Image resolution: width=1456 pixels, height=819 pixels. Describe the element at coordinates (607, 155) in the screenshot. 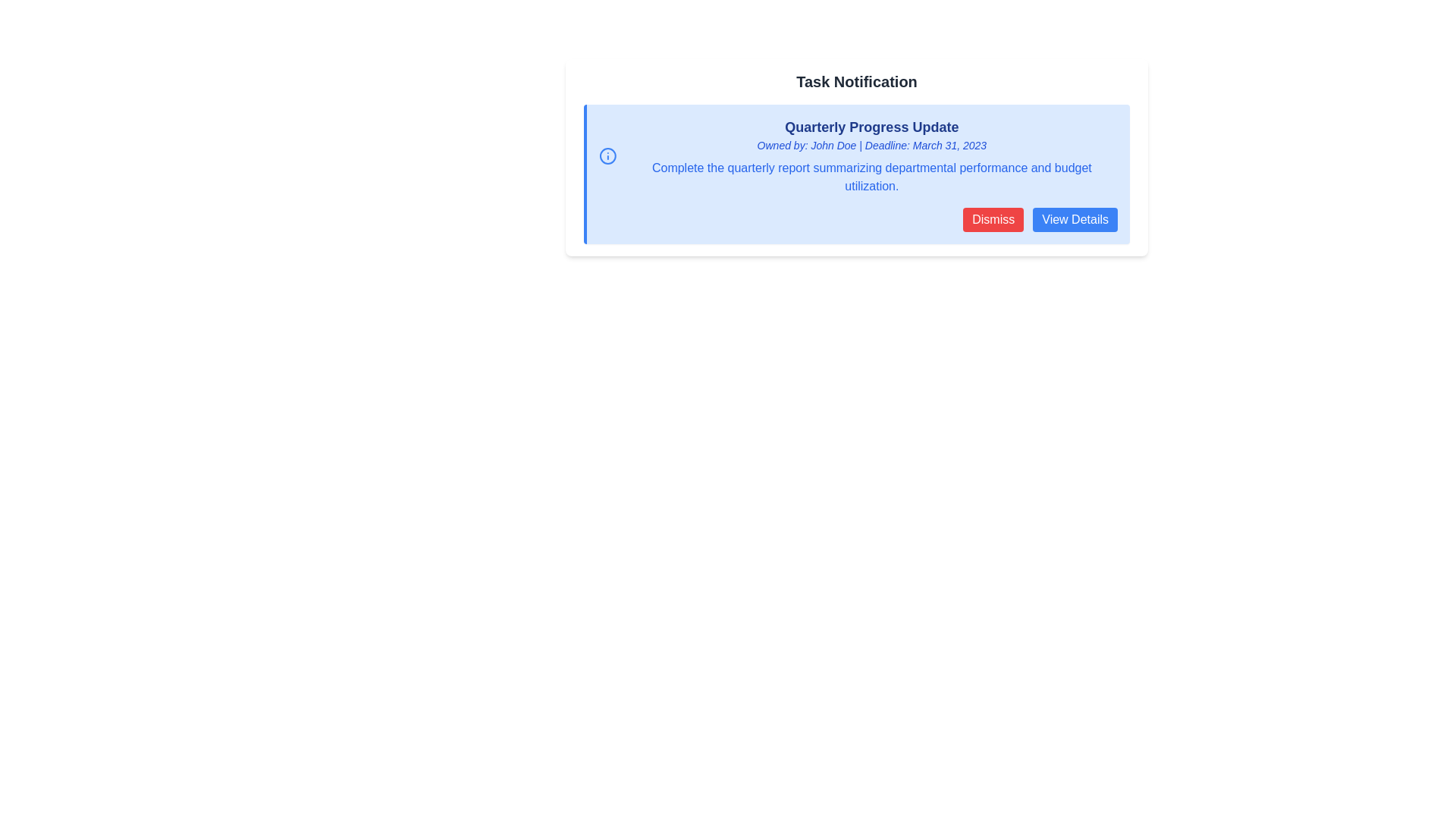

I see `the circular graphic with a blue stroke inside the SVG element located in the notification panel, positioned near the top-left corner` at that location.